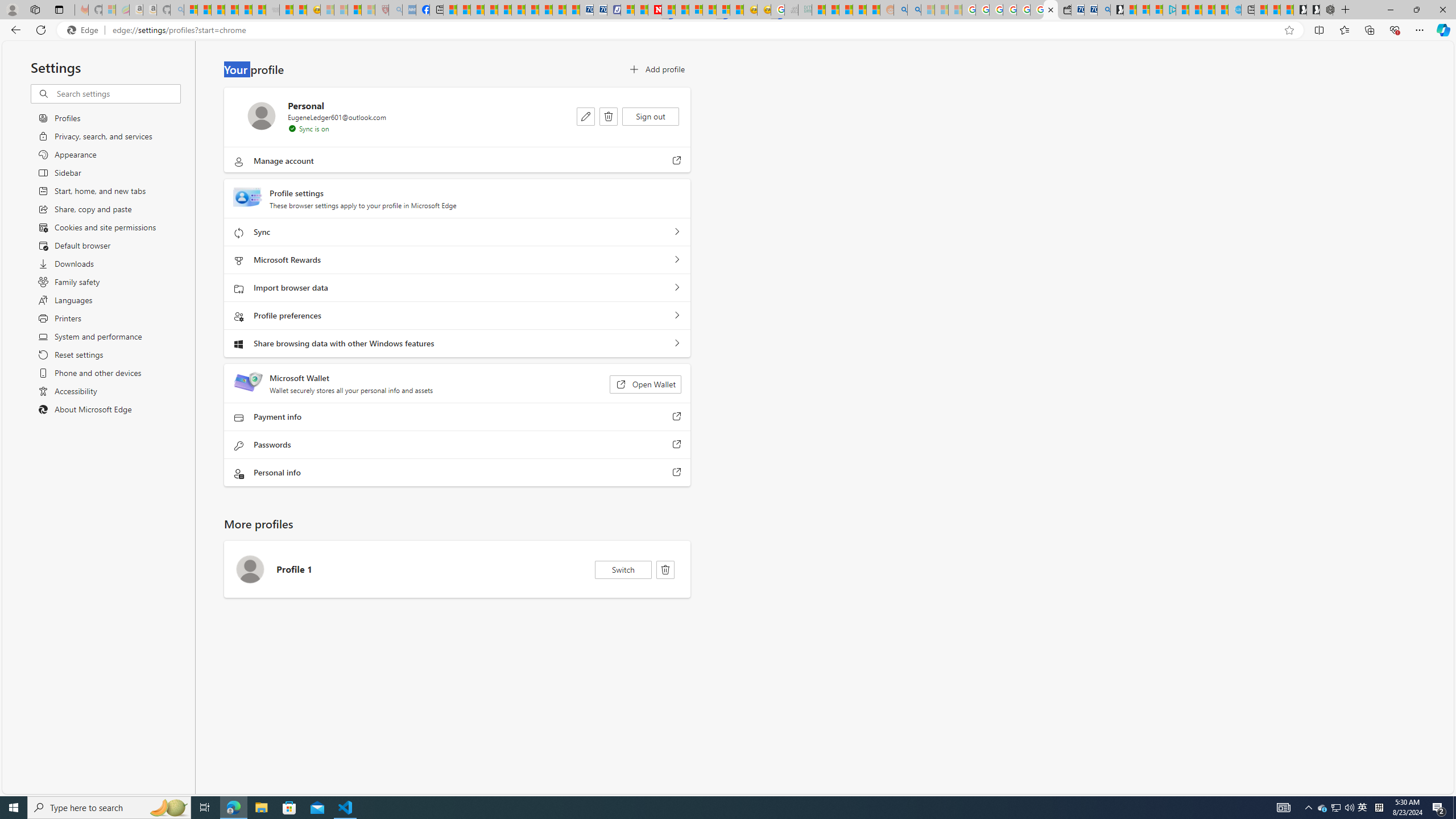 The width and height of the screenshot is (1456, 819). I want to click on 'Open Wallet', so click(644, 384).